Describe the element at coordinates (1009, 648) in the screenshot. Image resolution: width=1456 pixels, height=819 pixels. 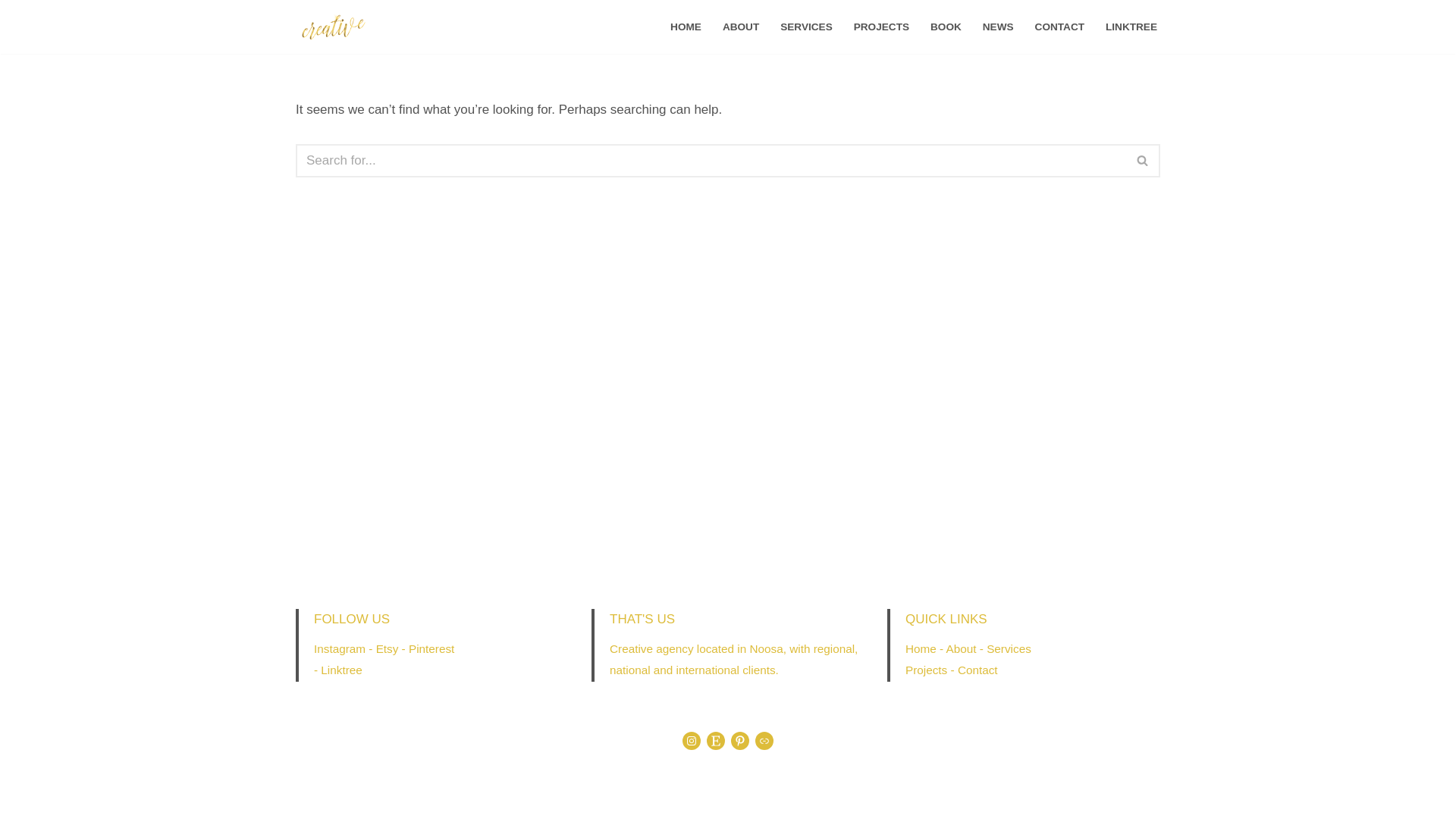
I see `'Services'` at that location.